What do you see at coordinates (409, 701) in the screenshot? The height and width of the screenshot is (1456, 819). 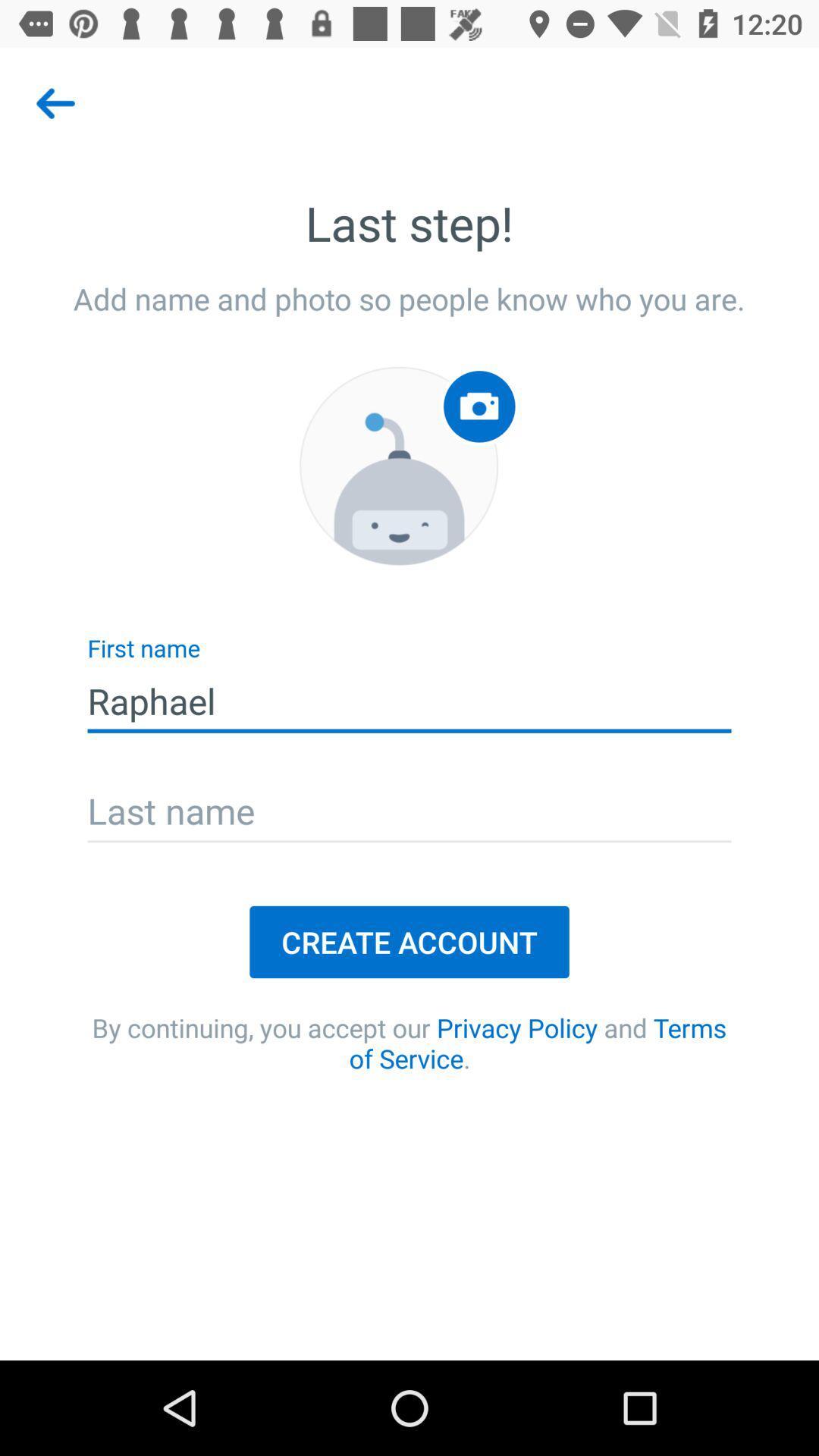 I see `raphael` at bounding box center [409, 701].